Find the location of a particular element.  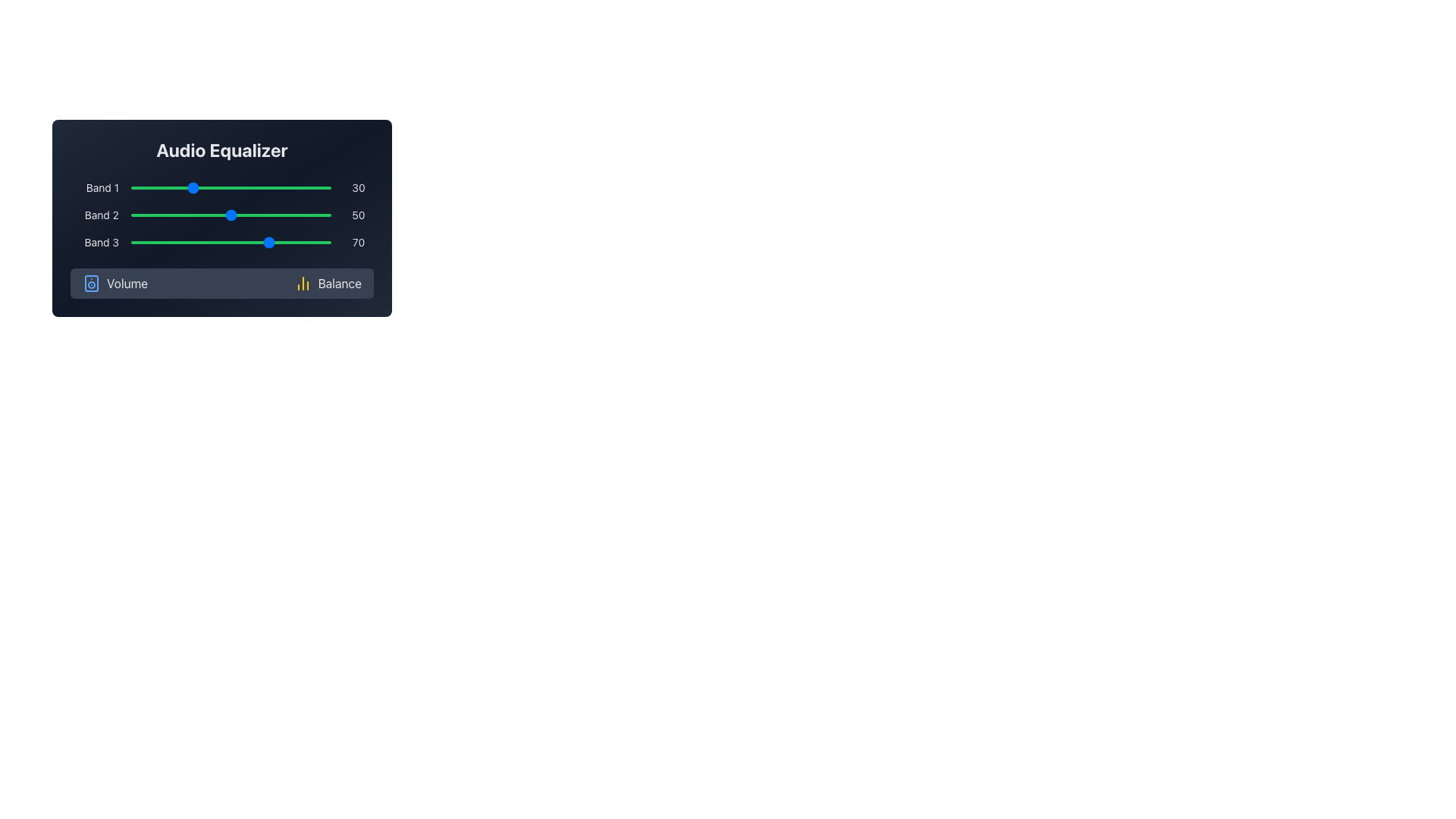

the slider labeled 'Band 1' is located at coordinates (281, 187).